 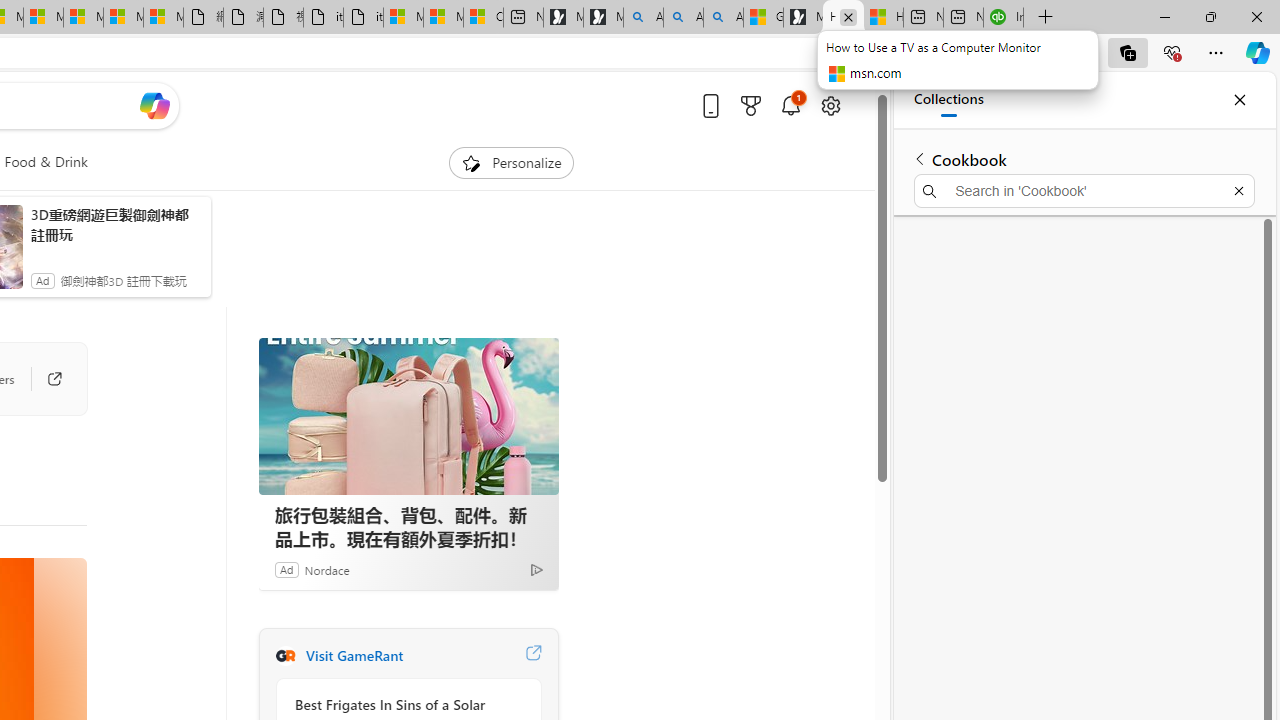 What do you see at coordinates (512, 162) in the screenshot?
I see `'Personalize'` at bounding box center [512, 162].